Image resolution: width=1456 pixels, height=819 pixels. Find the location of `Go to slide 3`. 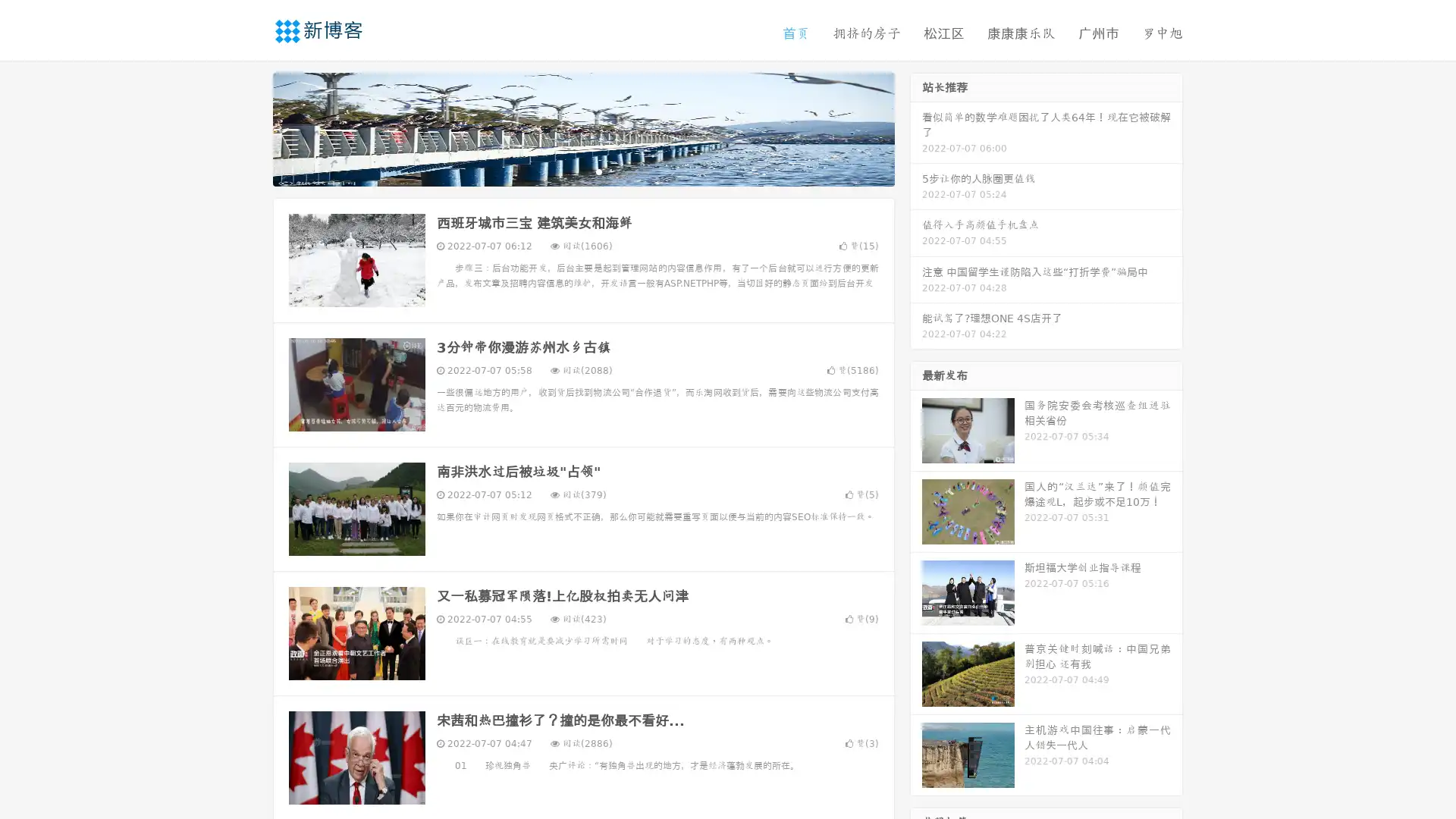

Go to slide 3 is located at coordinates (598, 171).